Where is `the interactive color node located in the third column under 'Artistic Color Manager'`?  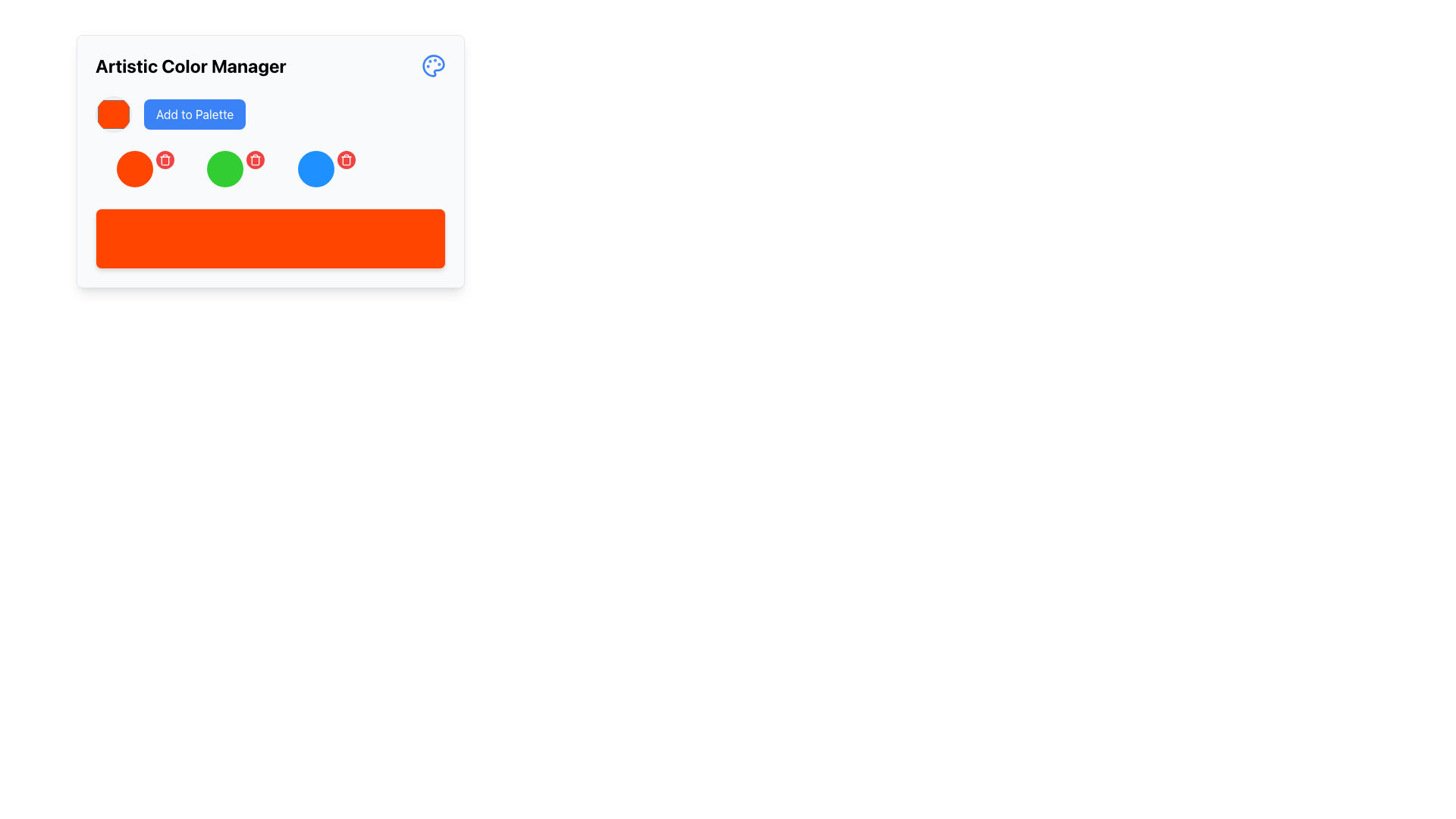
the interactive color node located in the third column under 'Artistic Color Manager' is located at coordinates (315, 170).